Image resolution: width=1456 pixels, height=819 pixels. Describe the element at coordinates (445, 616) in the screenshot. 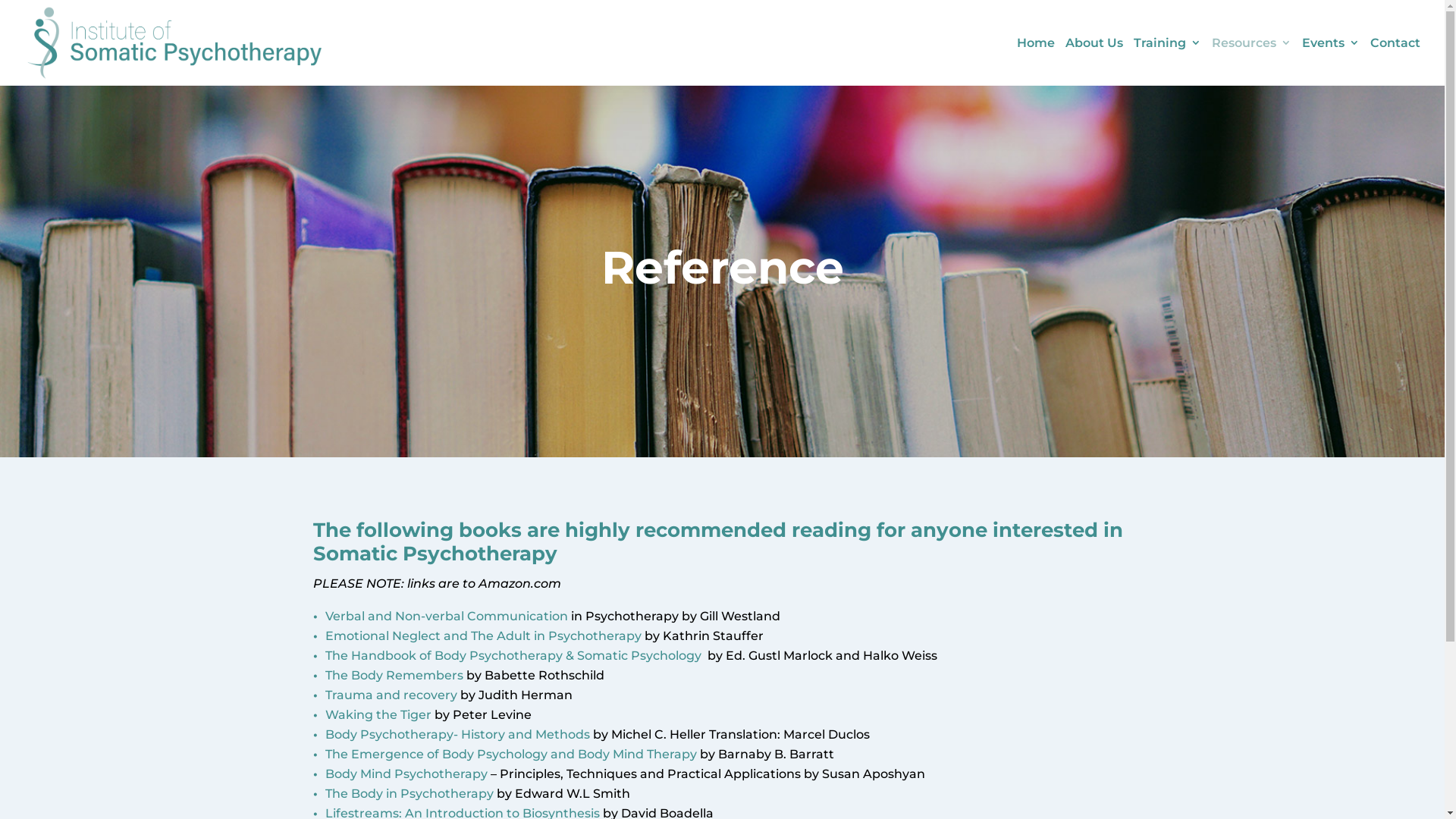

I see `'Verbal and Non-verbal Communication'` at that location.